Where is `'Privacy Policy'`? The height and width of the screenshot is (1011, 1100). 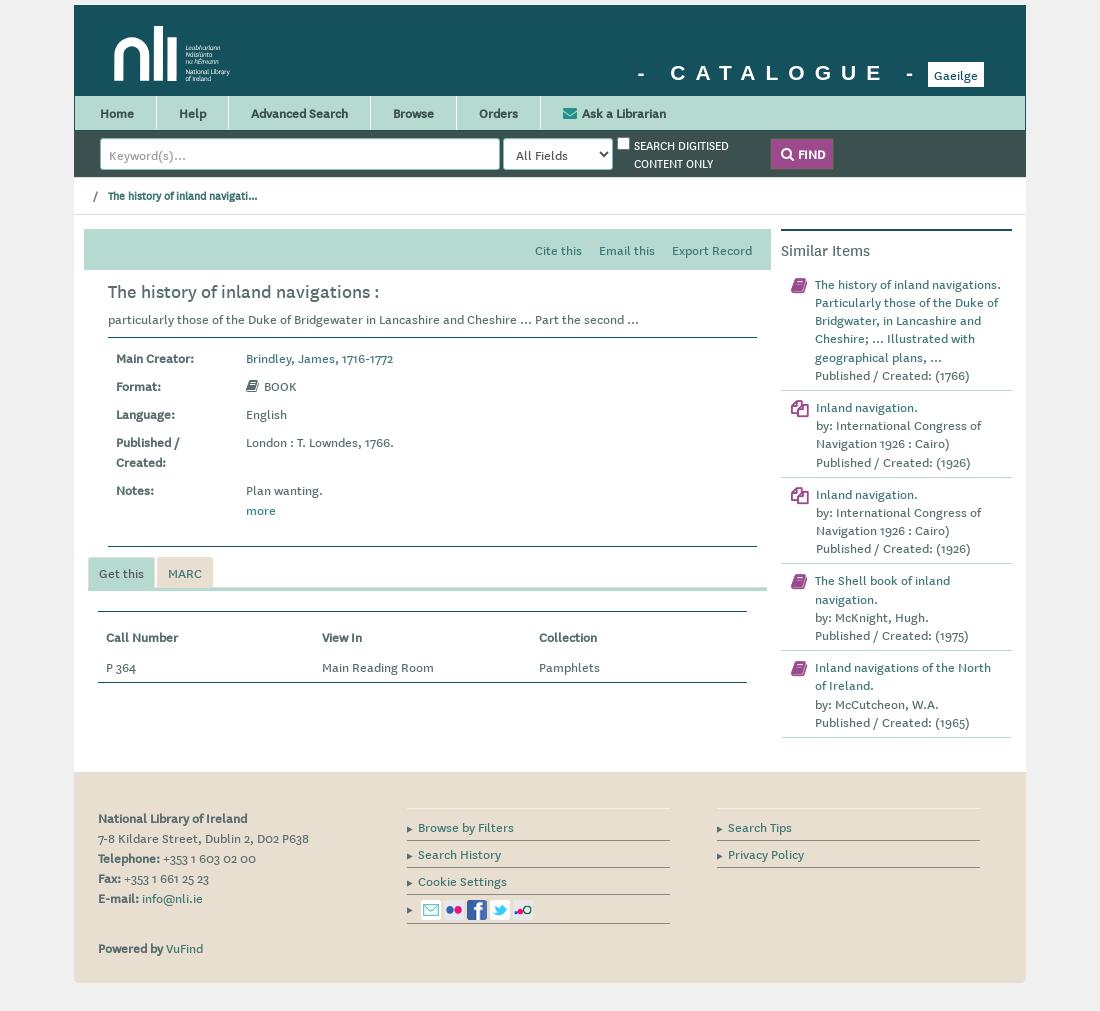 'Privacy Policy' is located at coordinates (765, 852).